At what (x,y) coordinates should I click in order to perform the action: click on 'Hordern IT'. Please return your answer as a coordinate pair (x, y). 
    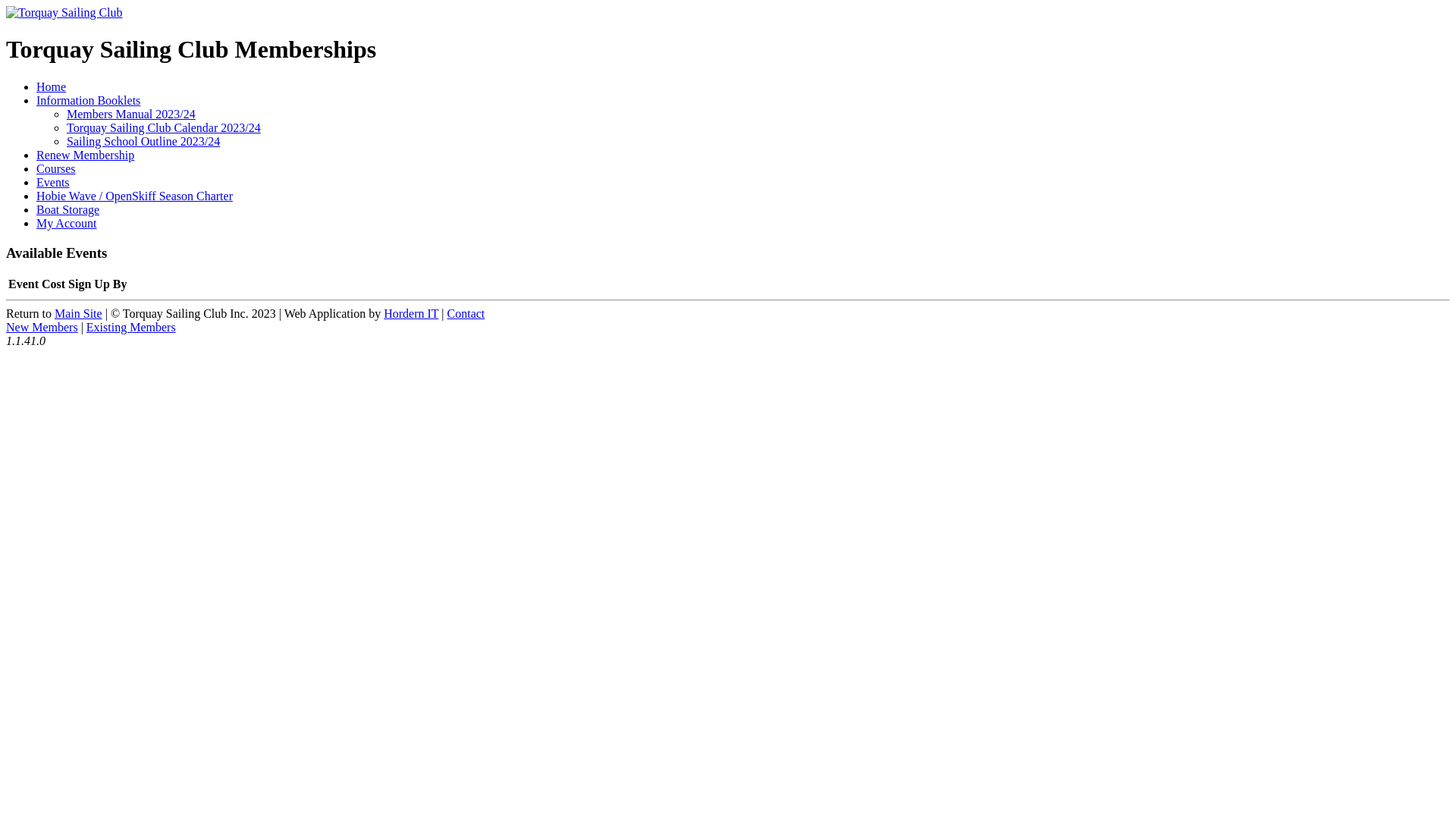
    Looking at the image, I should click on (383, 312).